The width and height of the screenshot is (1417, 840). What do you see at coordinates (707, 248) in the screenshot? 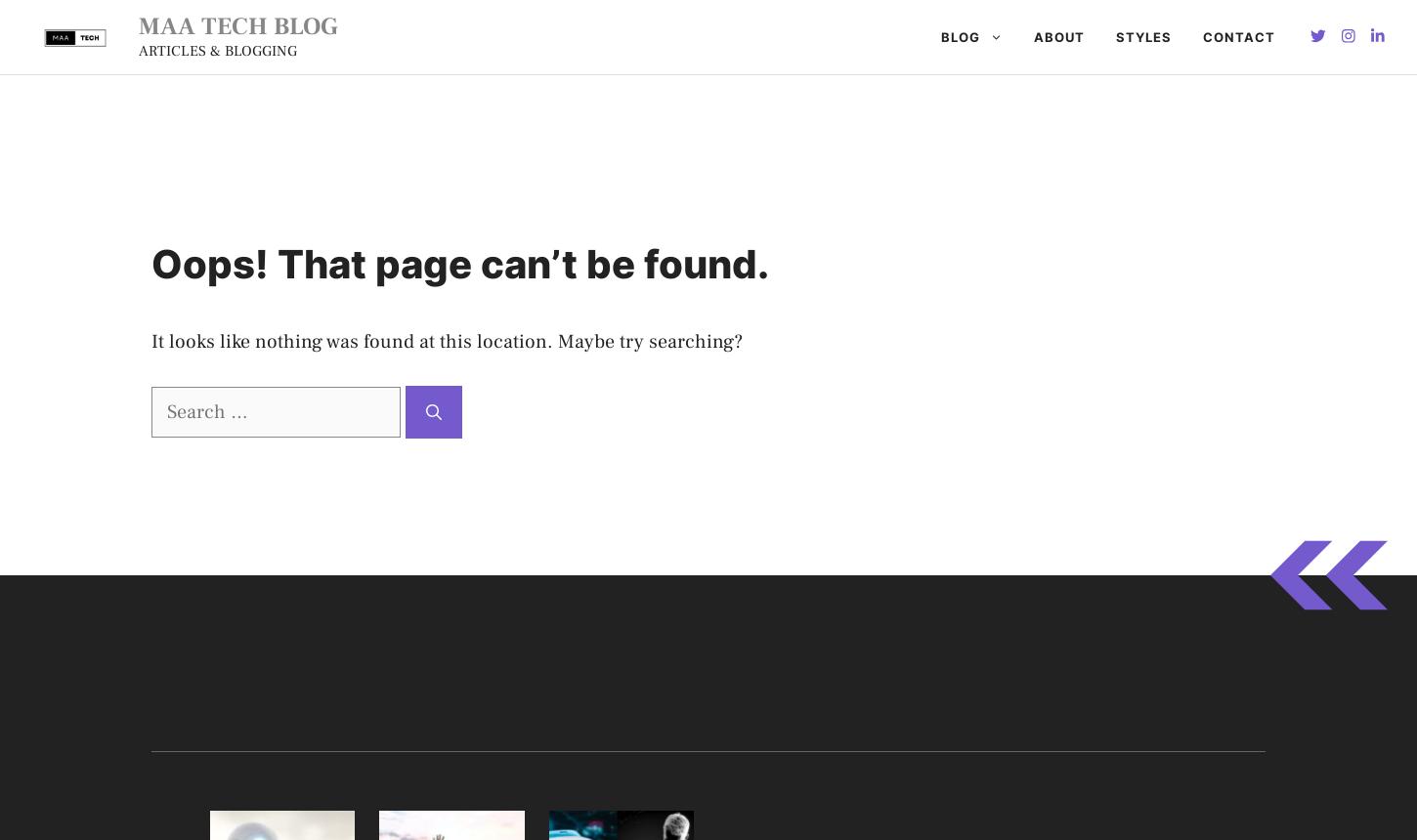
I see `'Culture'` at bounding box center [707, 248].